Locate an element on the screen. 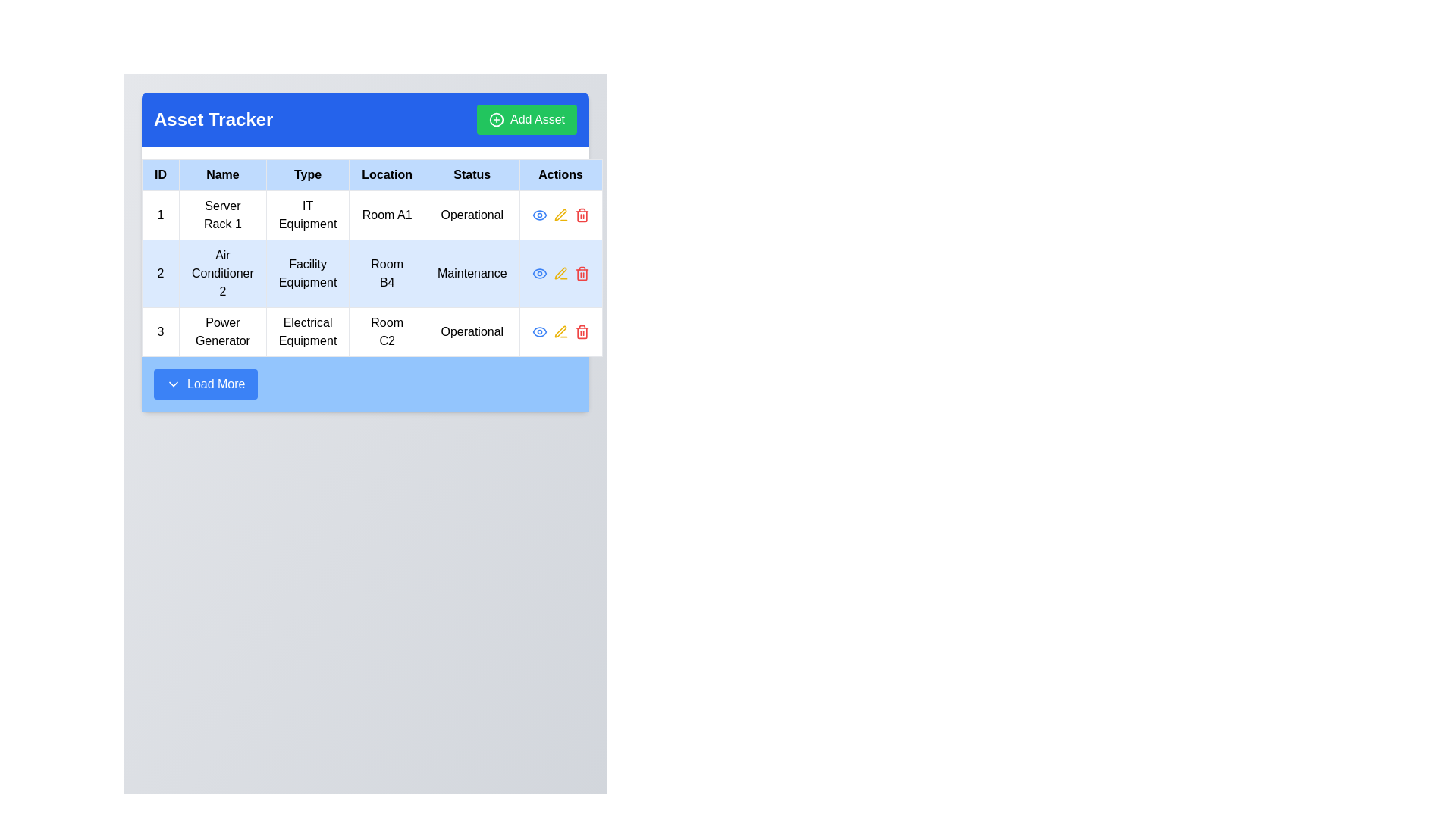 The width and height of the screenshot is (1456, 819). the eye icon button, which is the first interactive icon in the 'Actions' column adjacent to the 'Operational' status in the first row of the data table, to observe its style change is located at coordinates (539, 331).